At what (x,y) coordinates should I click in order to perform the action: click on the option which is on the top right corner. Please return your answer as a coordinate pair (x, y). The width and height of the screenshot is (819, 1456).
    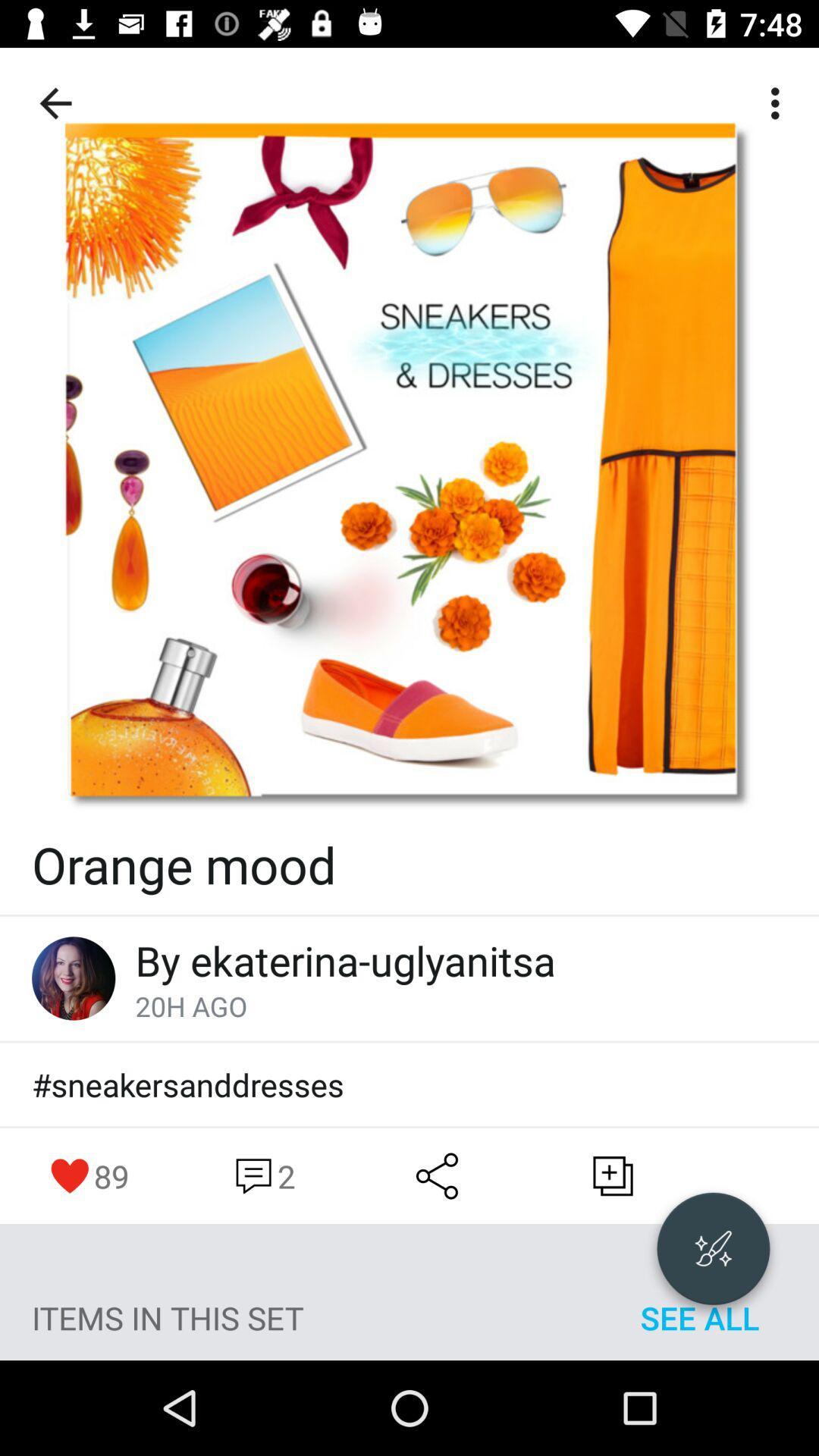
    Looking at the image, I should click on (779, 103).